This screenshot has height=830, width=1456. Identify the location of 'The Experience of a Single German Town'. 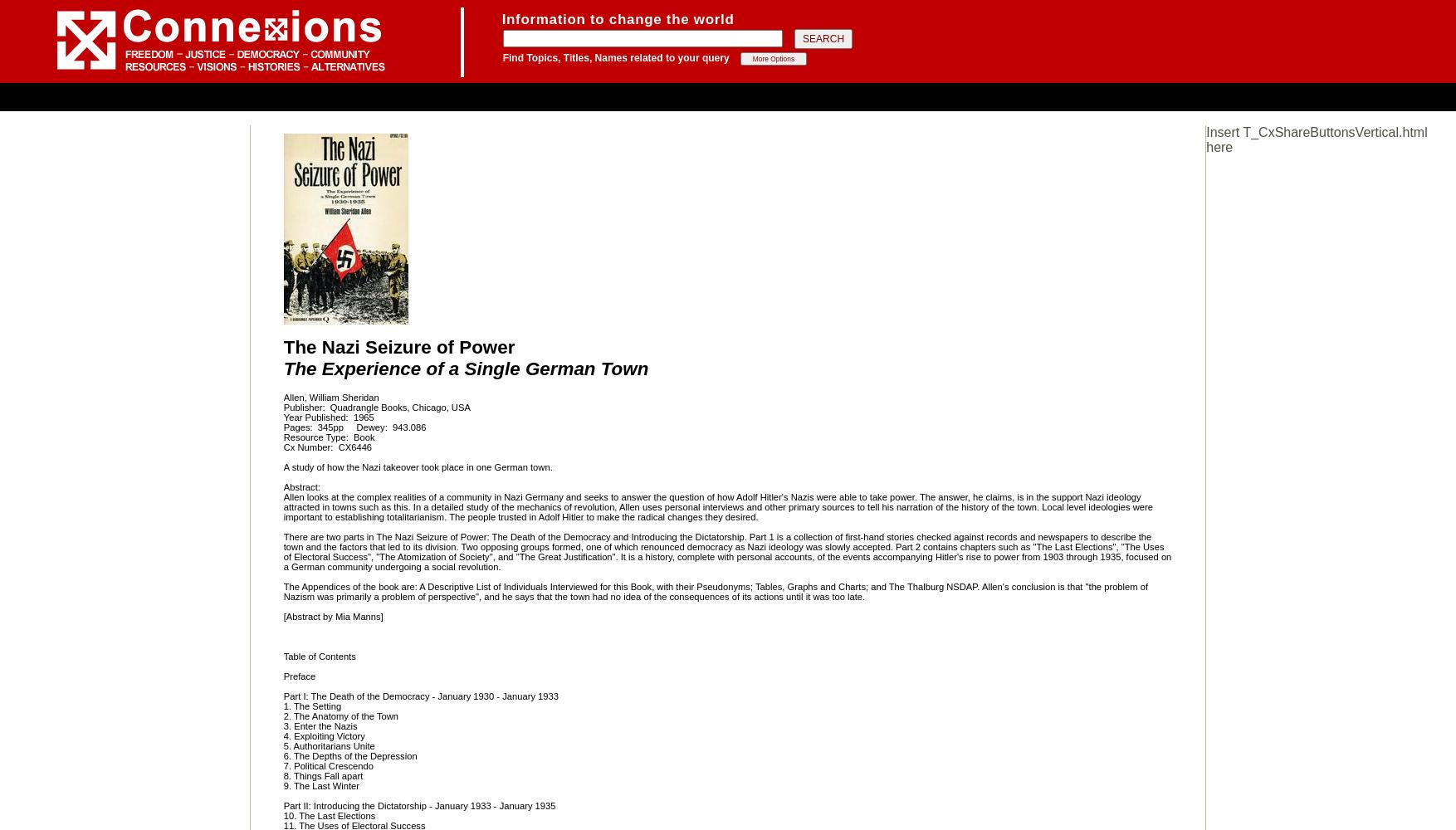
(465, 368).